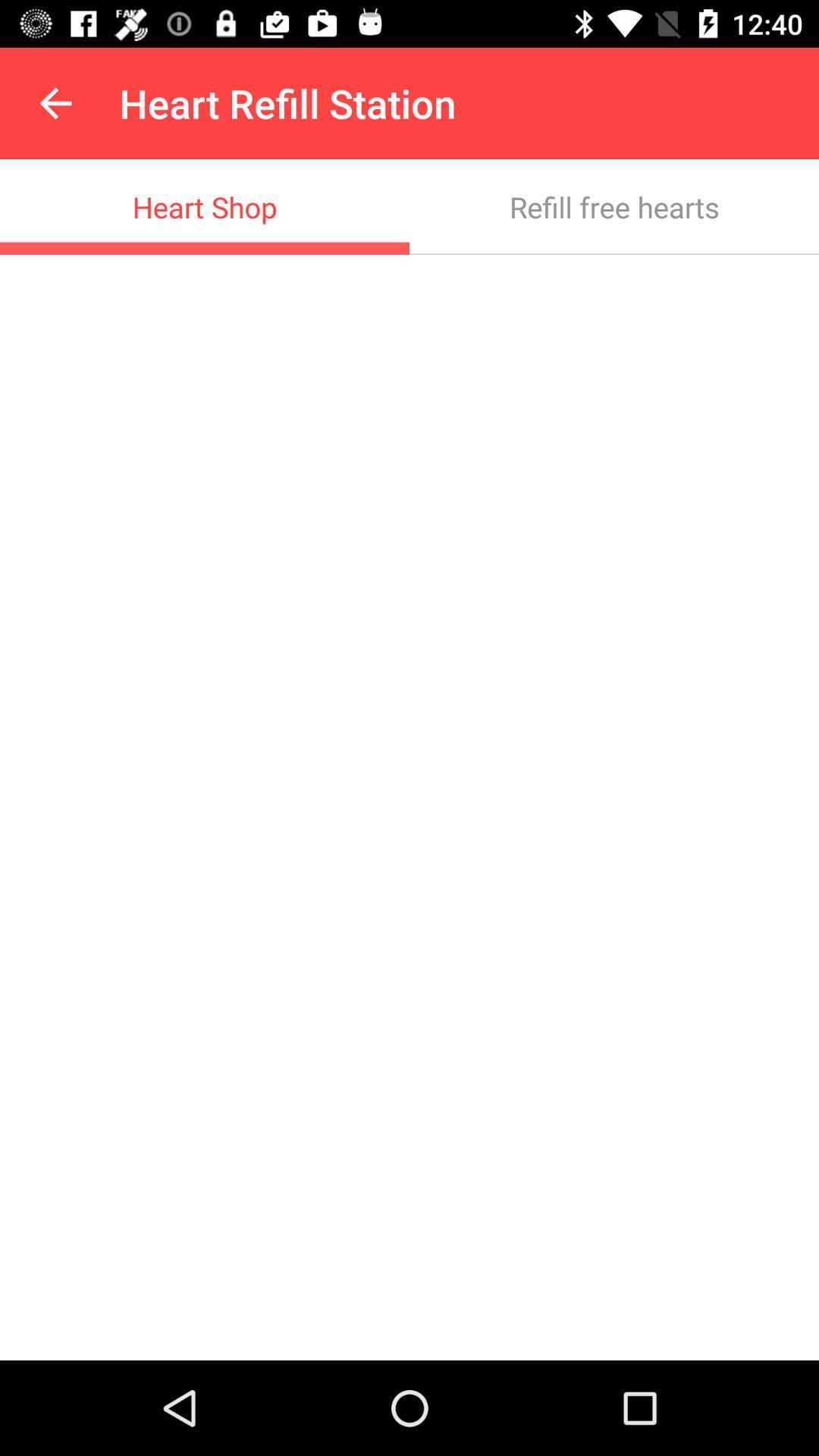 This screenshot has height=1456, width=819. What do you see at coordinates (614, 206) in the screenshot?
I see `the refill free hearts` at bounding box center [614, 206].